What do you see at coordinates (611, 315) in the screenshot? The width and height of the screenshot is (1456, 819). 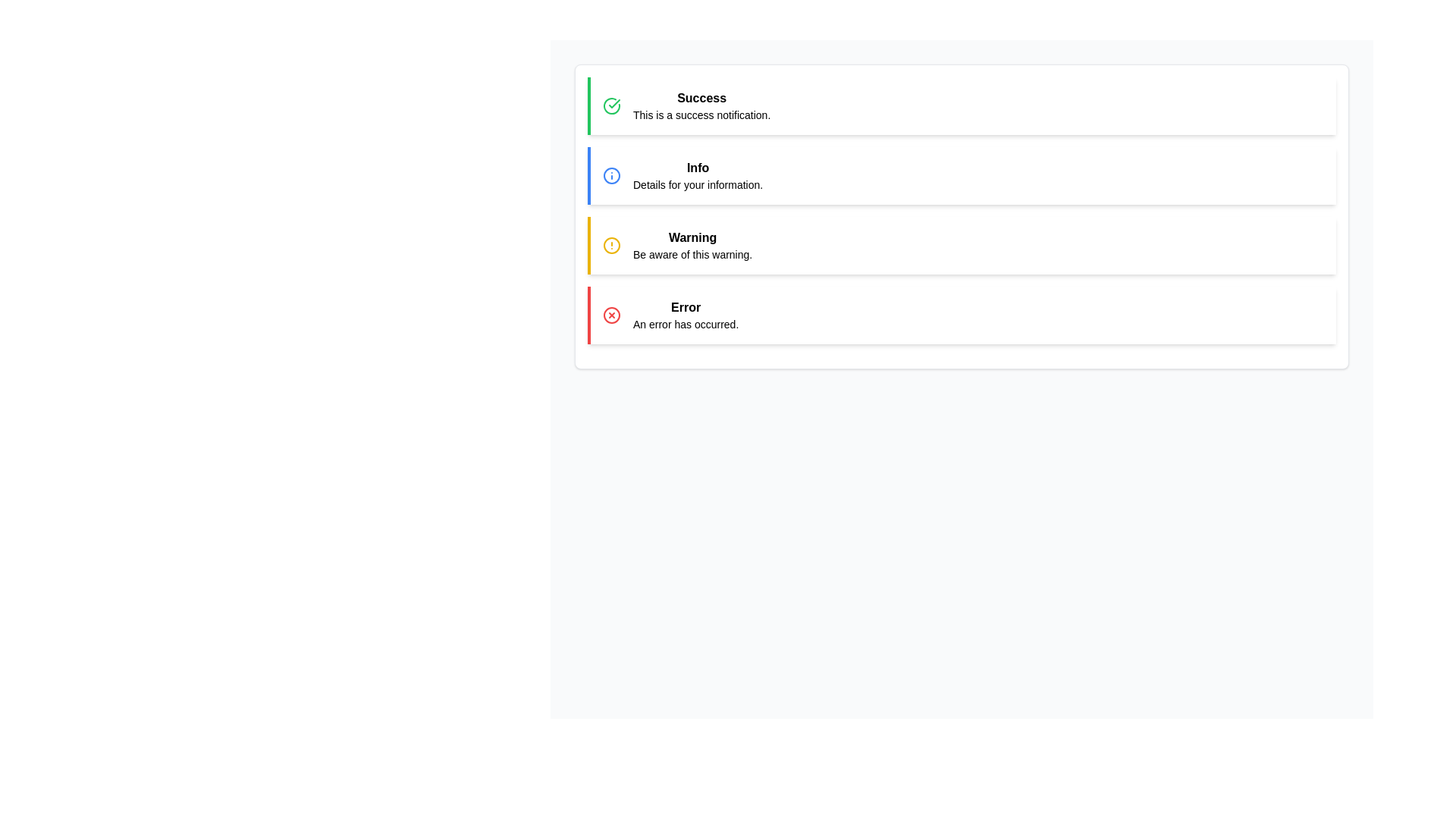 I see `the Circle (Graphical SVG Element) that forms part of the error icon in the bottom-most 'Error' notification card, located near the text 'An error has occurred.'` at bounding box center [611, 315].